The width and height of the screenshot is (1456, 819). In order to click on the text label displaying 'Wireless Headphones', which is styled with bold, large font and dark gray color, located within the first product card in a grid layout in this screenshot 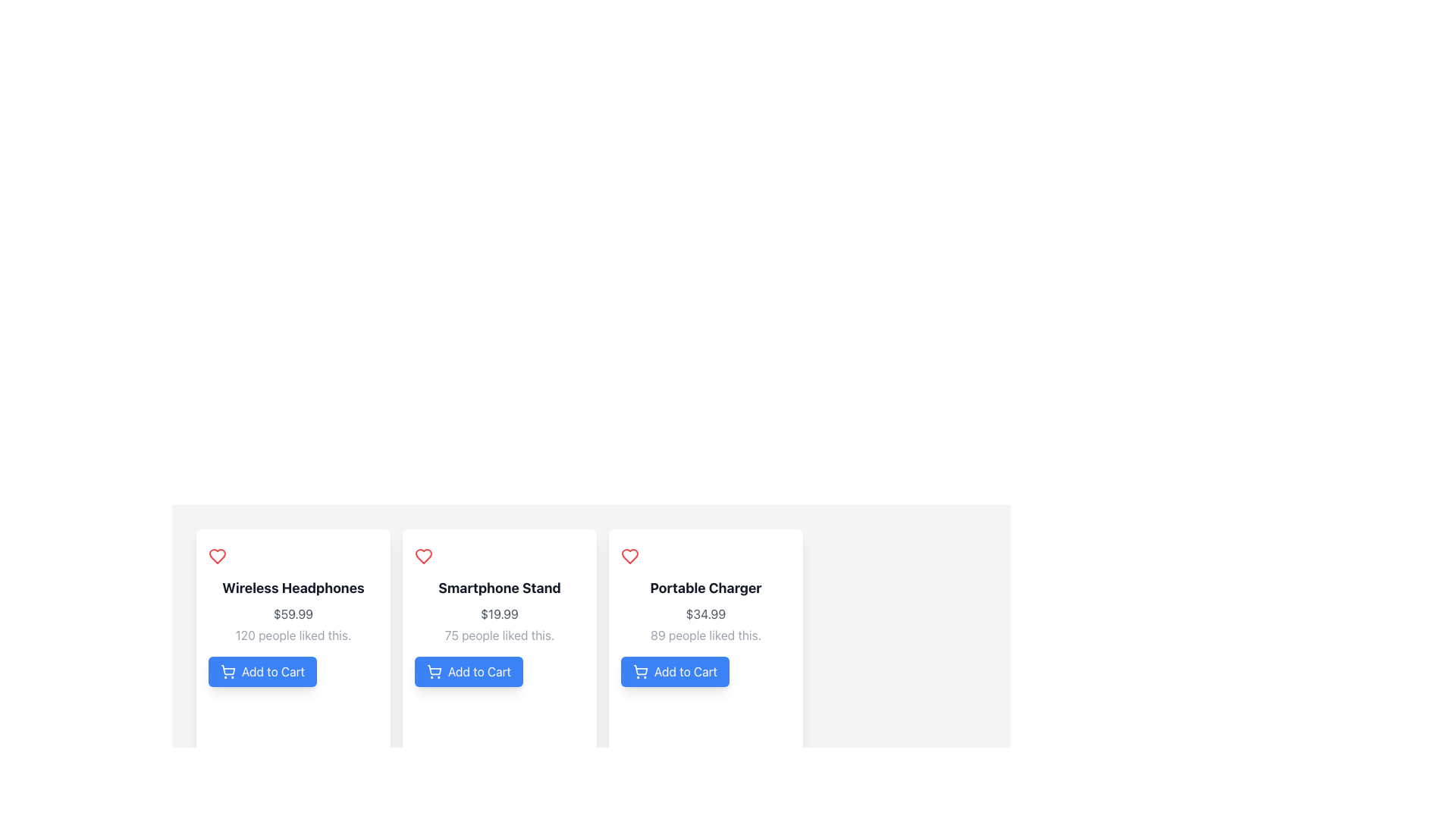, I will do `click(293, 587)`.